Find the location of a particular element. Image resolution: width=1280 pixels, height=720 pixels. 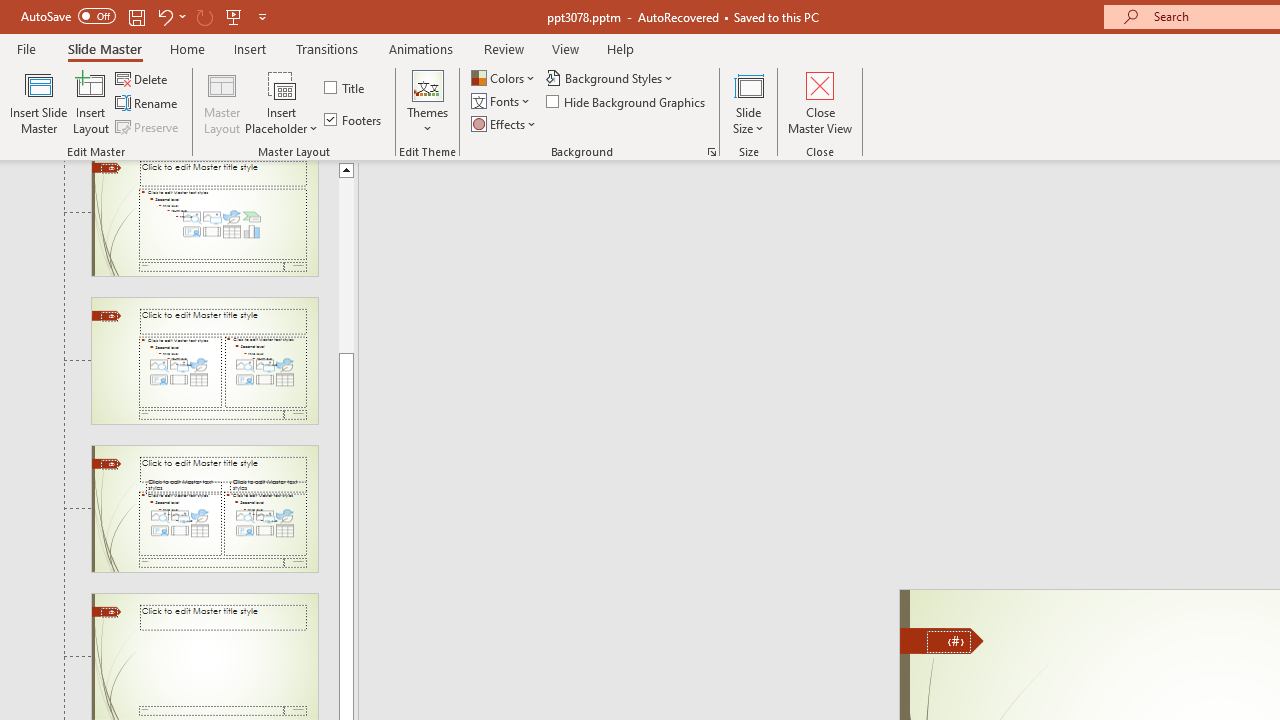

'Save' is located at coordinates (135, 16).